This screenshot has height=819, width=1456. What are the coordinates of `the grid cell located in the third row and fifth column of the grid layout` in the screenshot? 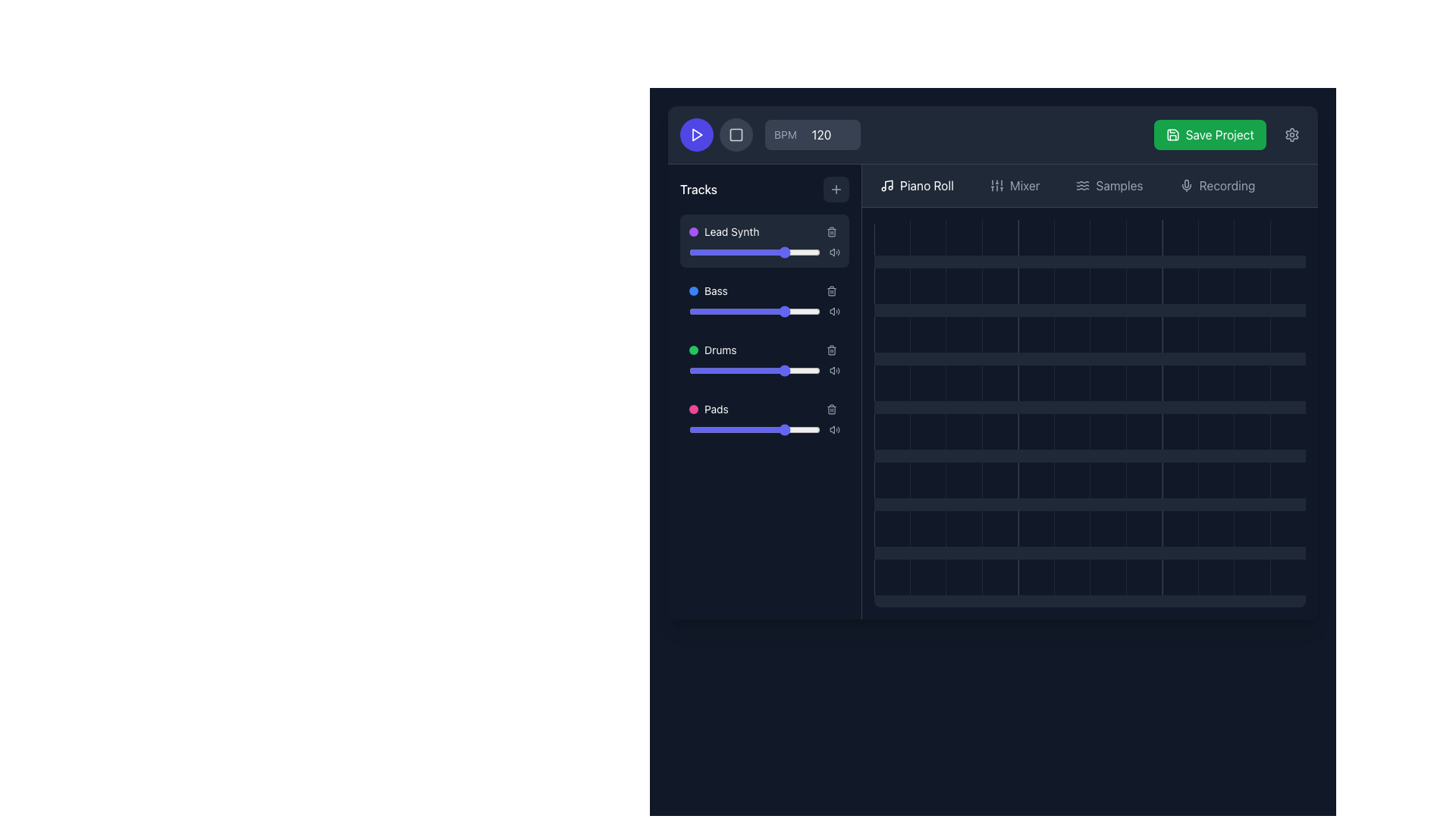 It's located at (1035, 334).